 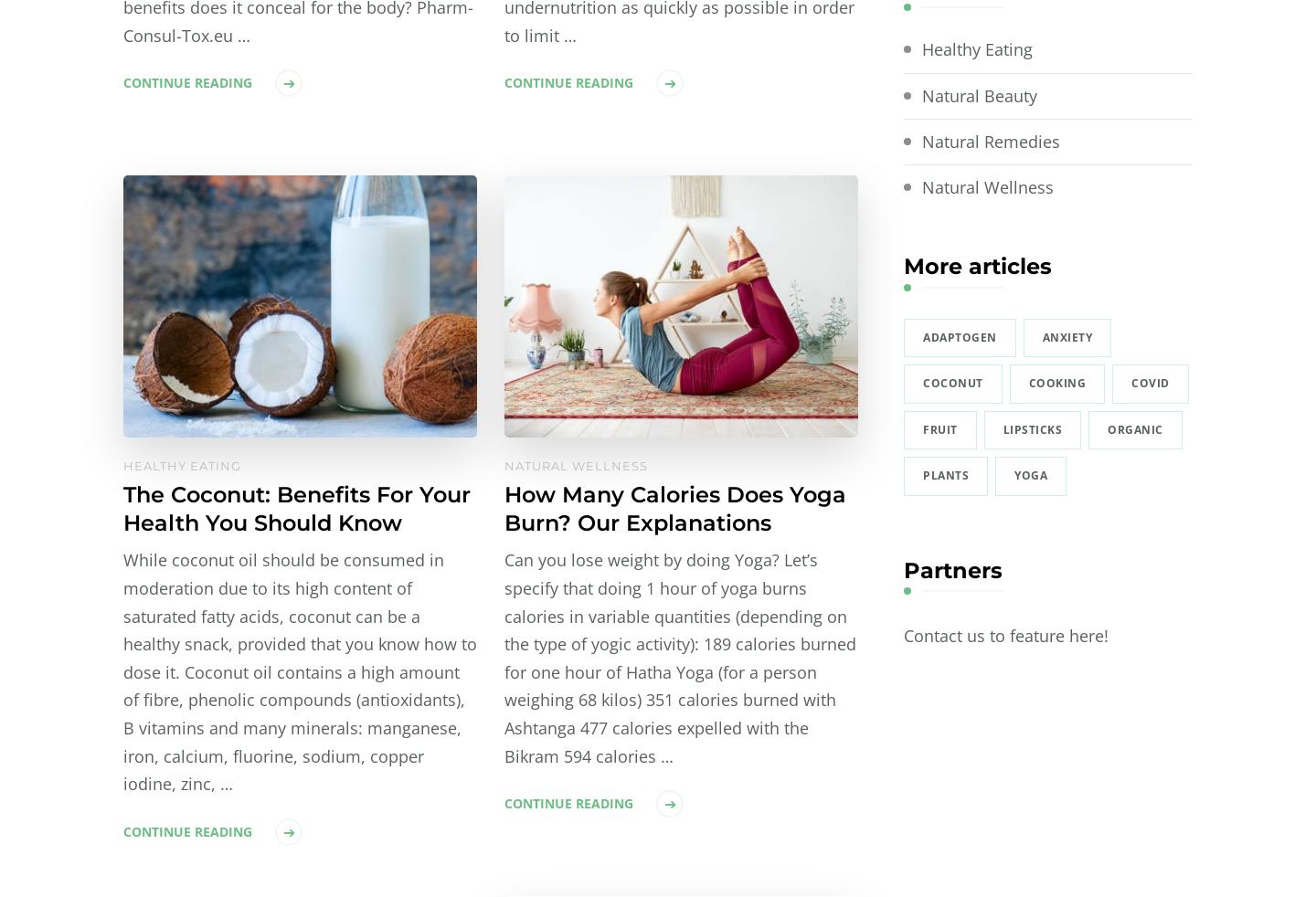 I want to click on 'The Coconut: Benefits For Your Health You Should Know', so click(x=297, y=507).